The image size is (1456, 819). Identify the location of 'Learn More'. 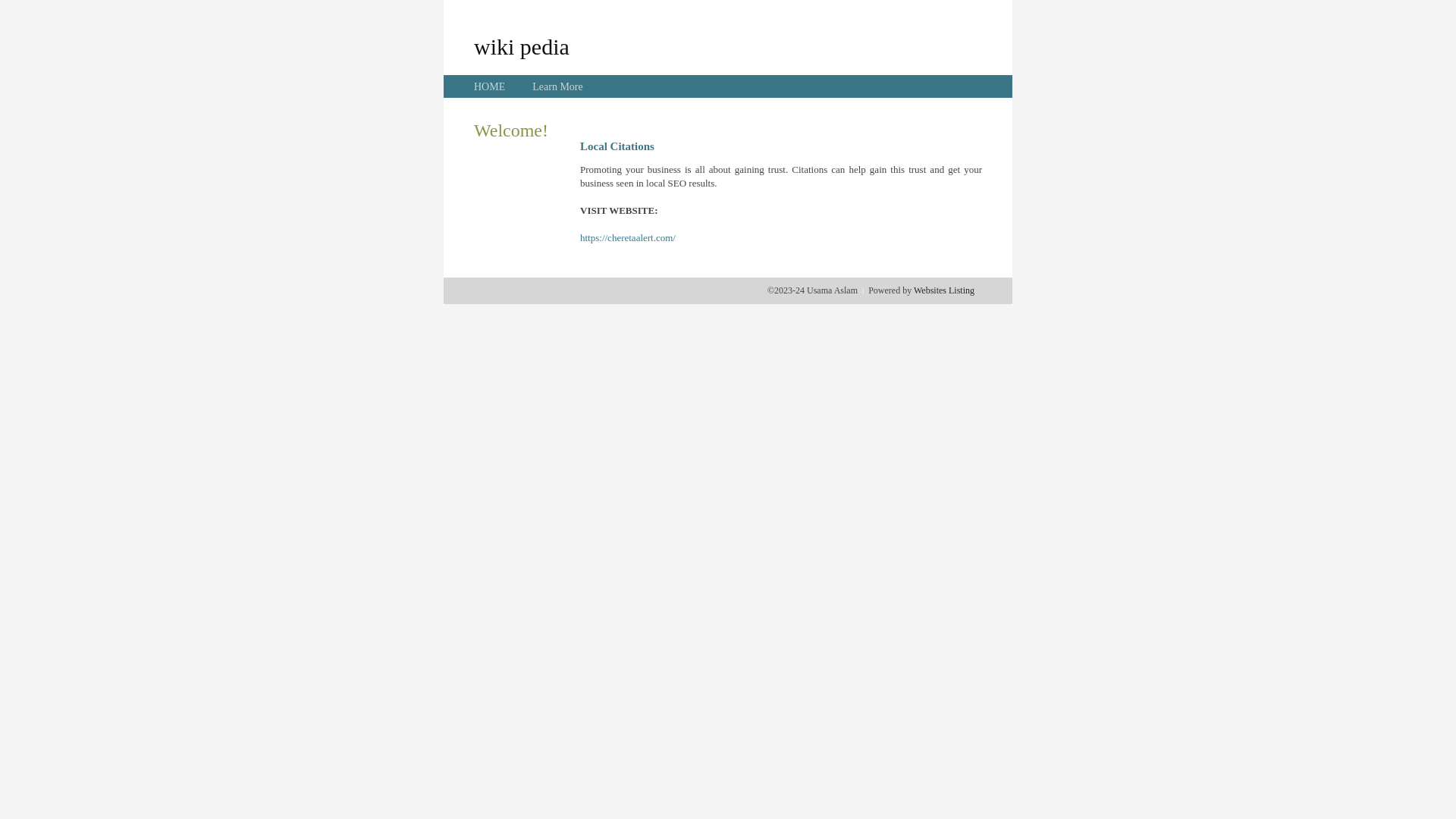
(556, 86).